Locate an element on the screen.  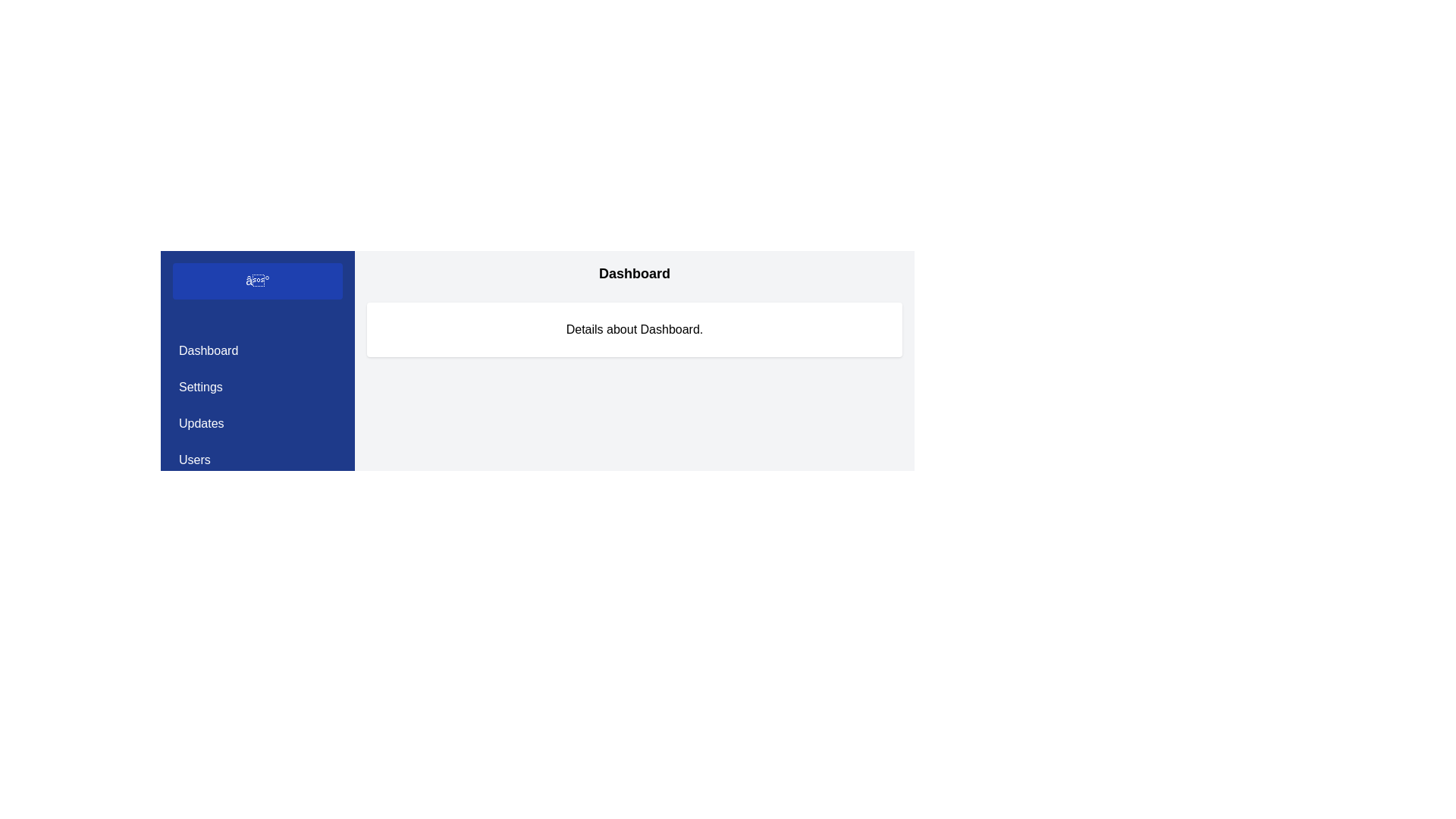
the 'Dashboard' navigation link located in the sidebar menu, which is the first item above the 'Settings' option is located at coordinates (258, 350).